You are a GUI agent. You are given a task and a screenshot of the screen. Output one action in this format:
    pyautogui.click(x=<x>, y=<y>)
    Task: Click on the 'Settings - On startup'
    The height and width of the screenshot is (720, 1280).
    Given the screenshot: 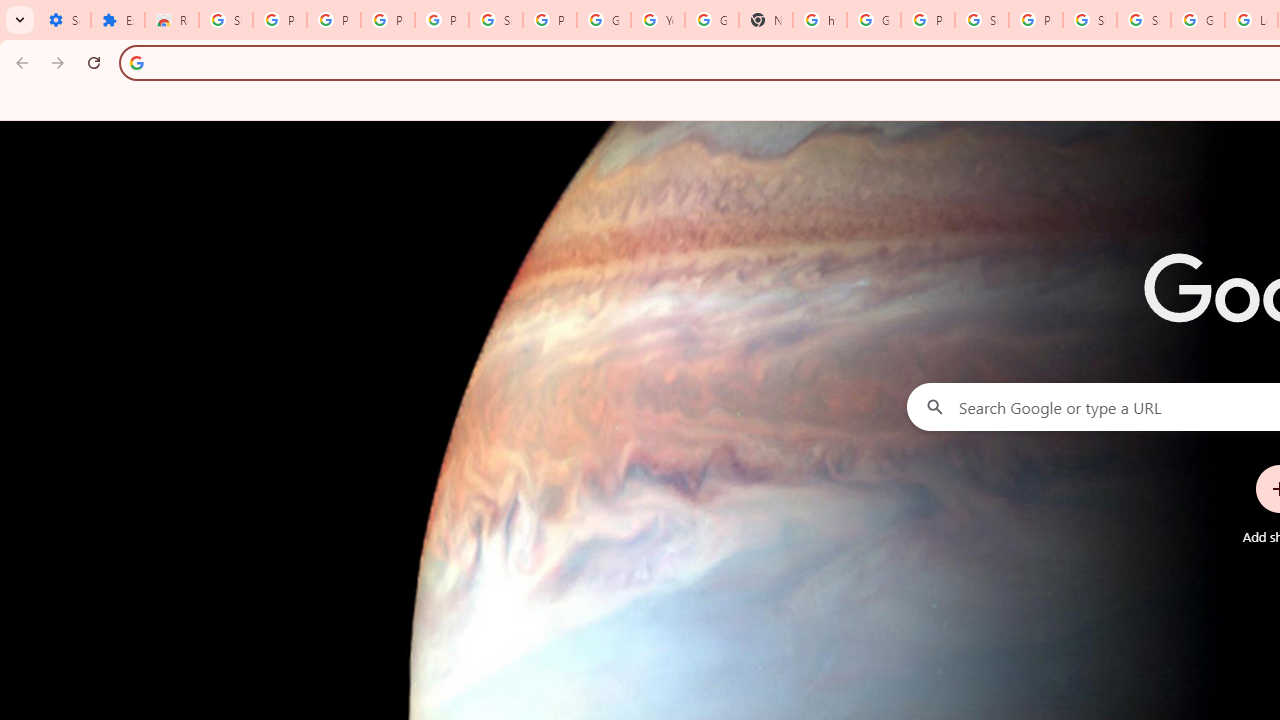 What is the action you would take?
    pyautogui.click(x=64, y=20)
    